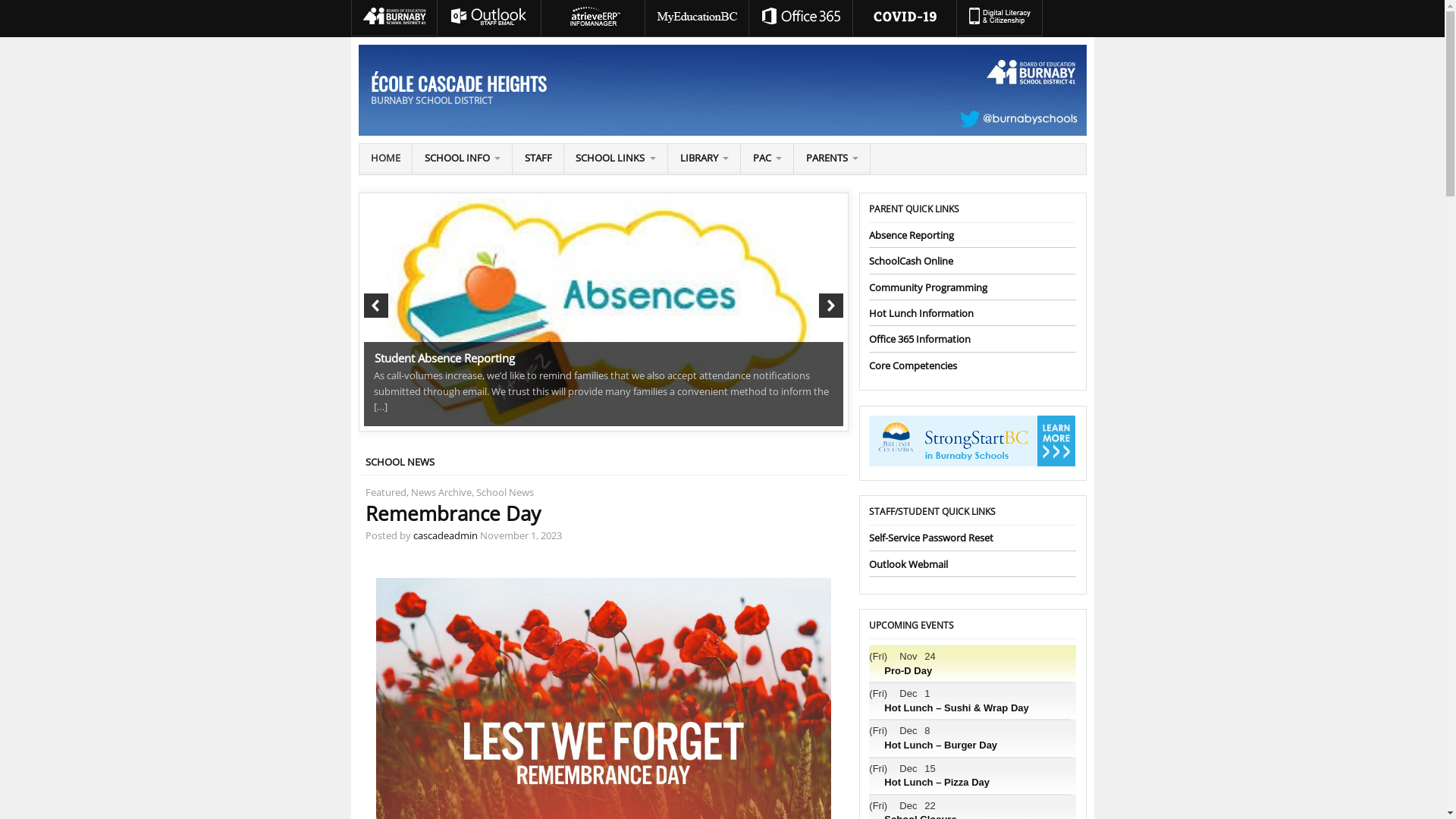 Image resolution: width=1456 pixels, height=819 pixels. I want to click on 'Remembrance Day', so click(424, 337).